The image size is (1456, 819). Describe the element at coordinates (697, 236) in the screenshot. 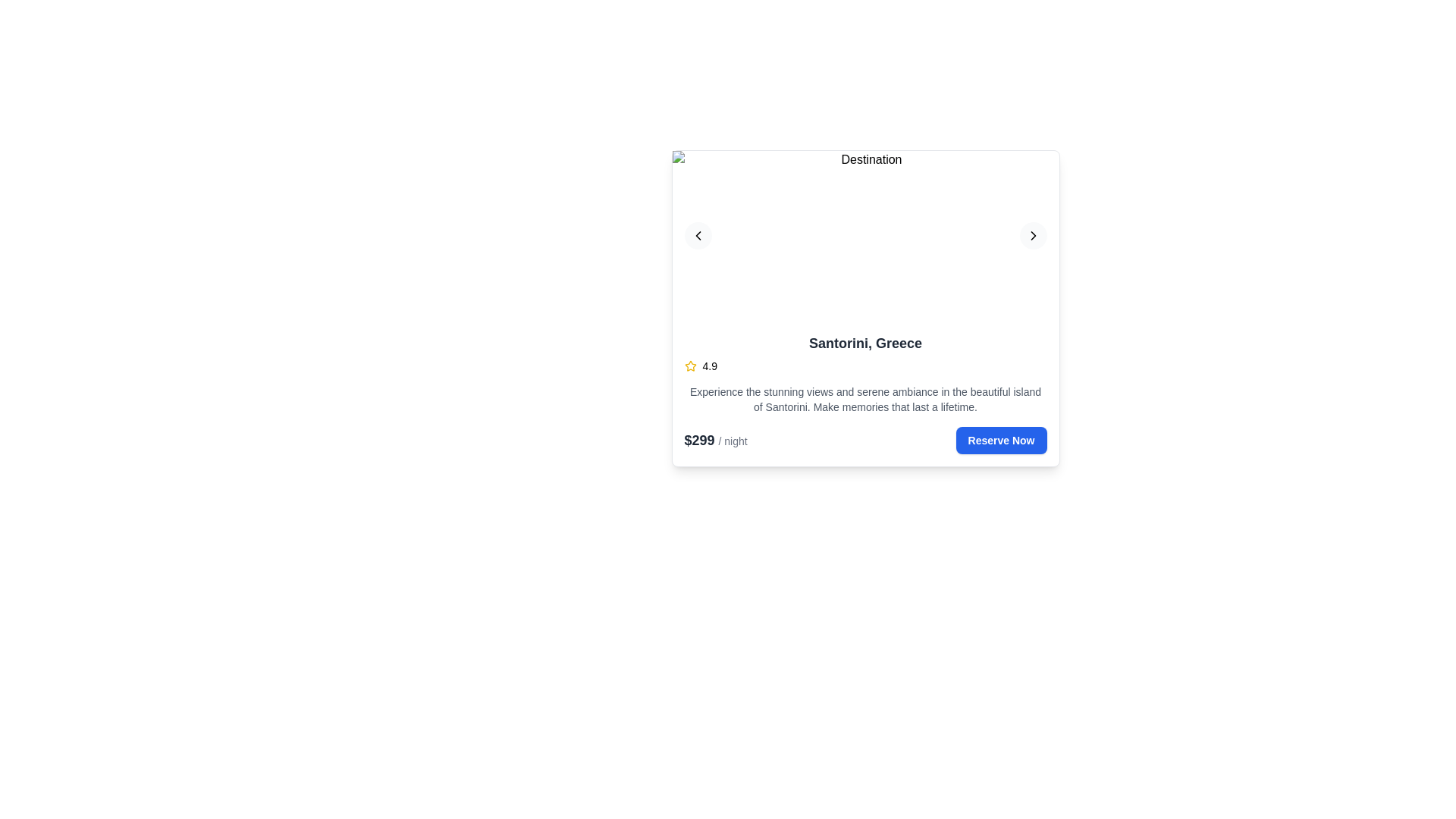

I see `the left-pointing chevron icon, which is a minimalistic vector graphic styled with a black stroke` at that location.